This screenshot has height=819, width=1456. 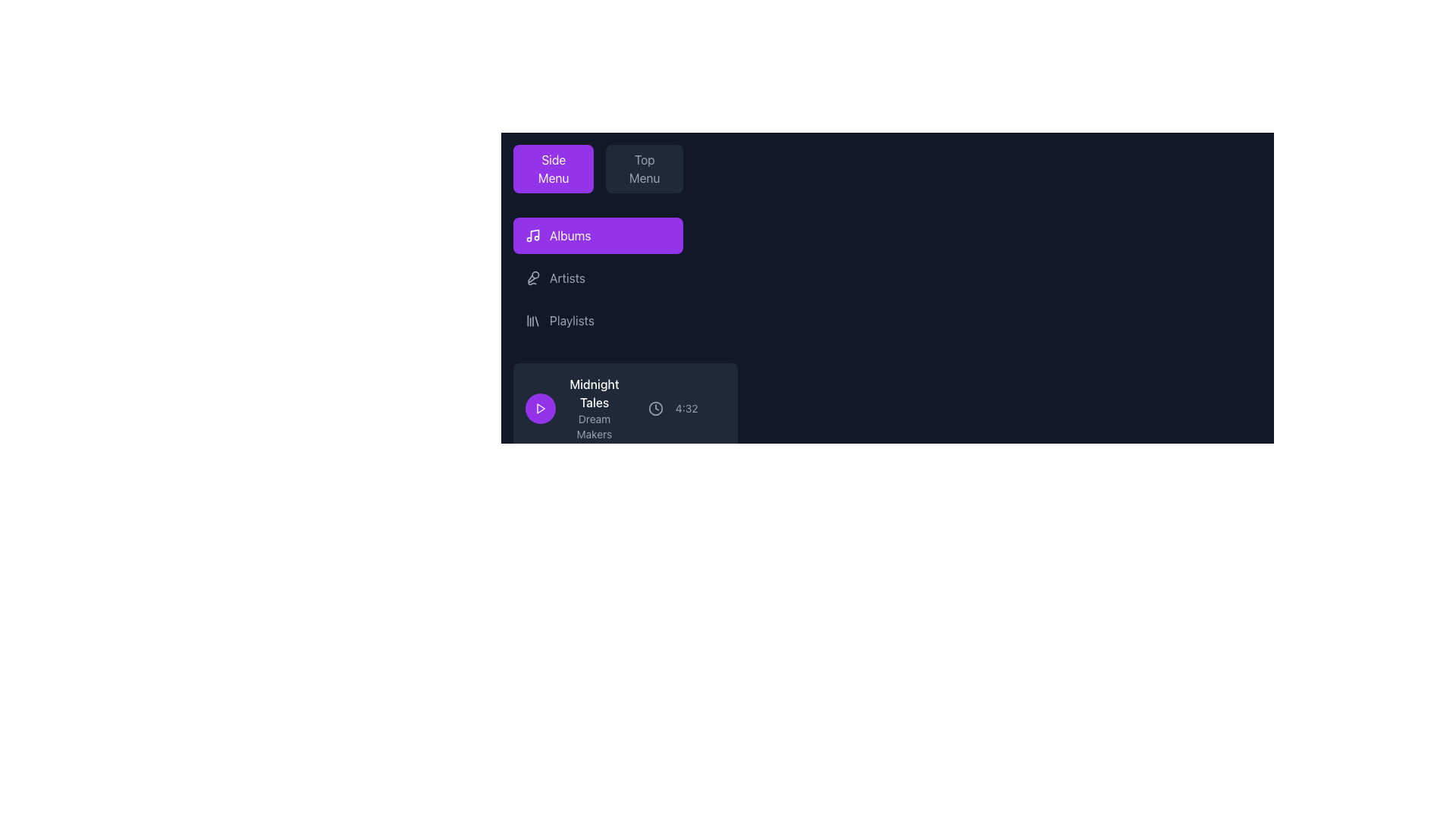 I want to click on the 'Albums' button in the sidebar navigation which contains the white musical note icon on a purple background, so click(x=532, y=236).